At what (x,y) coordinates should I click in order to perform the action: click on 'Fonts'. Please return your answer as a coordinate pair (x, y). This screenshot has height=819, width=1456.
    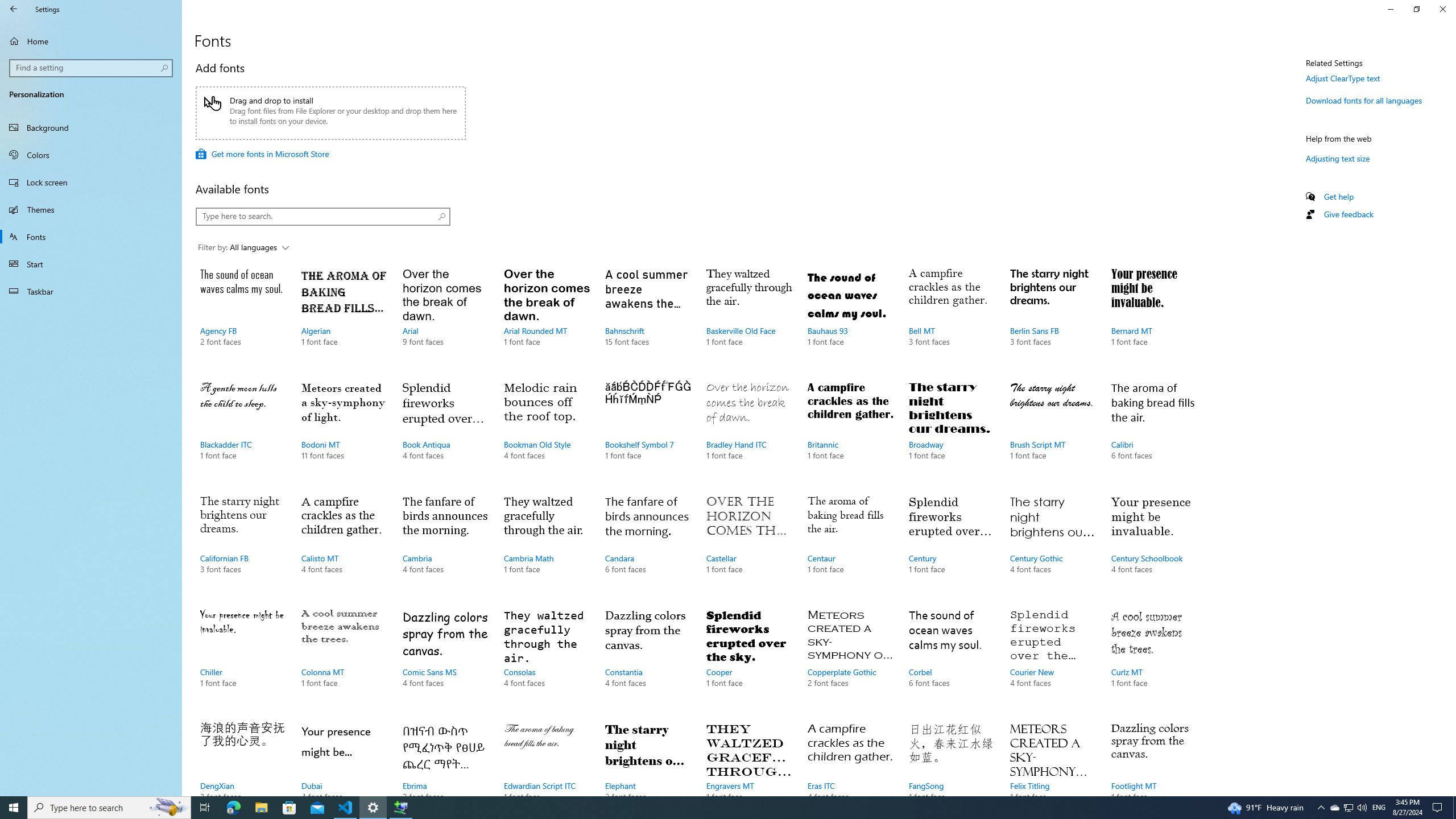
    Looking at the image, I should click on (90, 236).